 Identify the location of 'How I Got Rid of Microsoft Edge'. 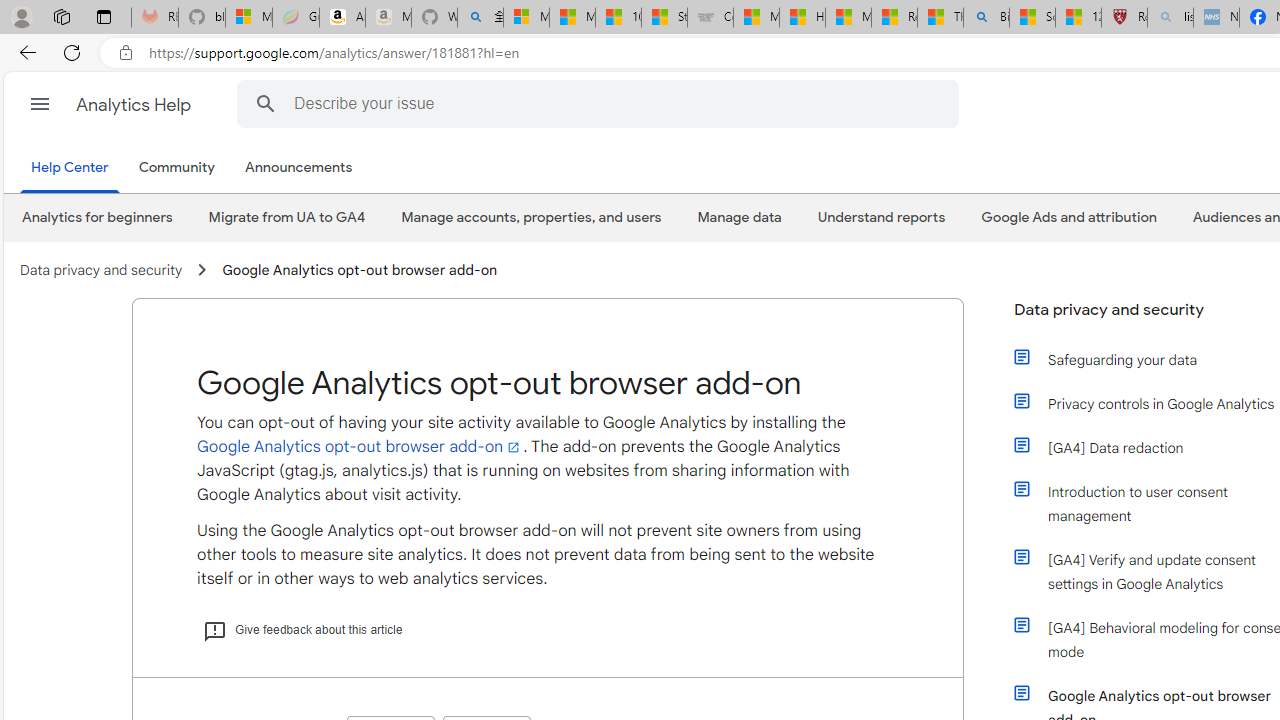
(802, 17).